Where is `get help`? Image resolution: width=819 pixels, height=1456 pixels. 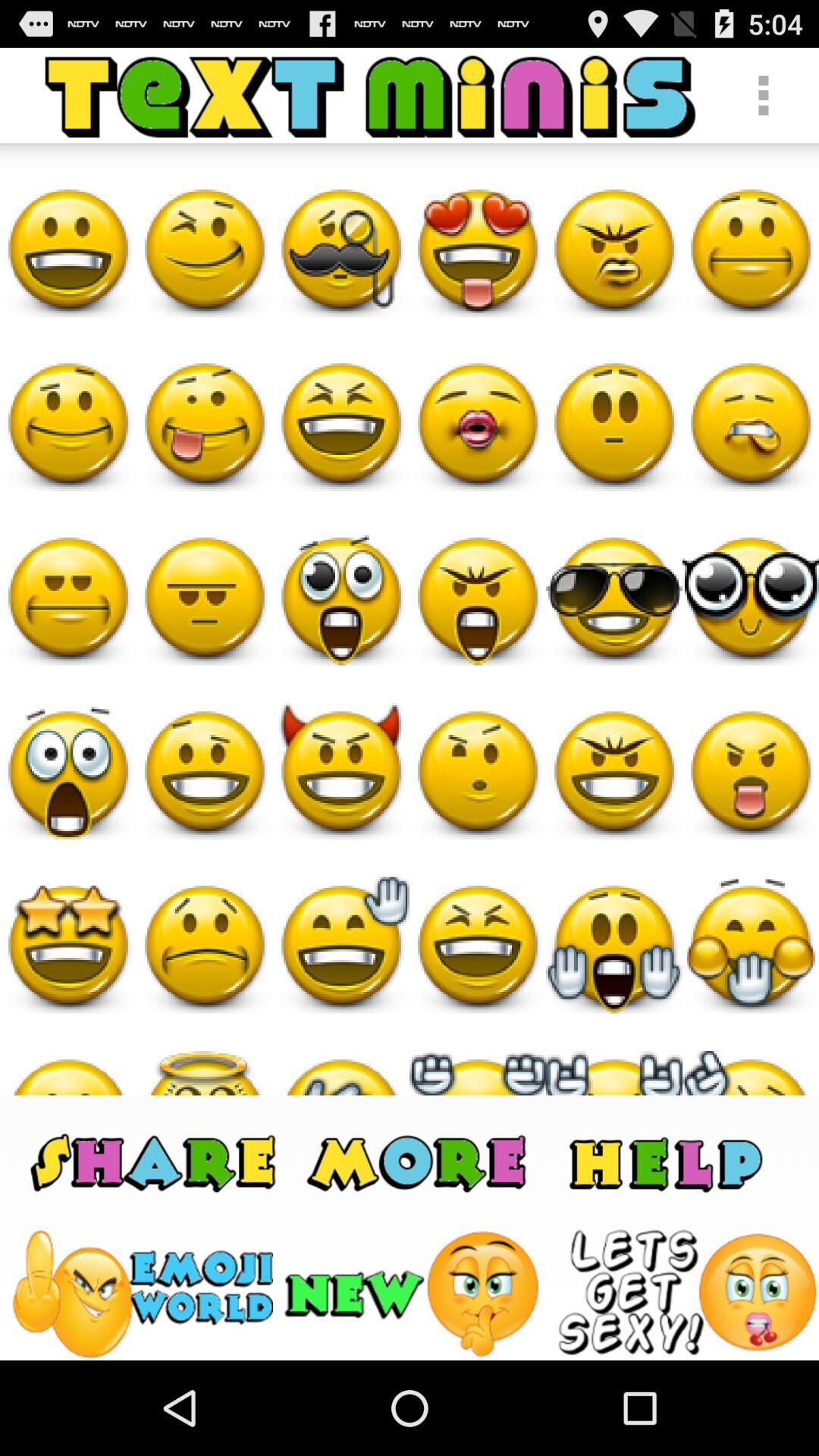 get help is located at coordinates (664, 1160).